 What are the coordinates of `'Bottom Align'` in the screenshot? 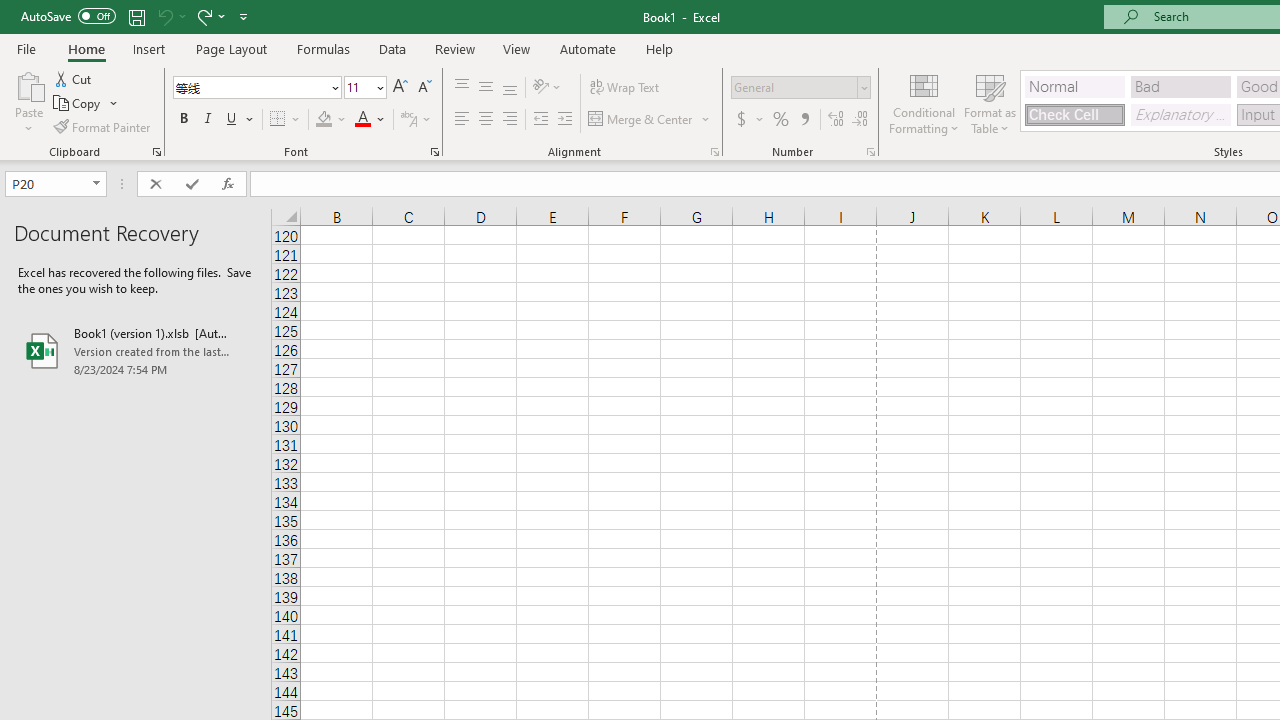 It's located at (510, 86).